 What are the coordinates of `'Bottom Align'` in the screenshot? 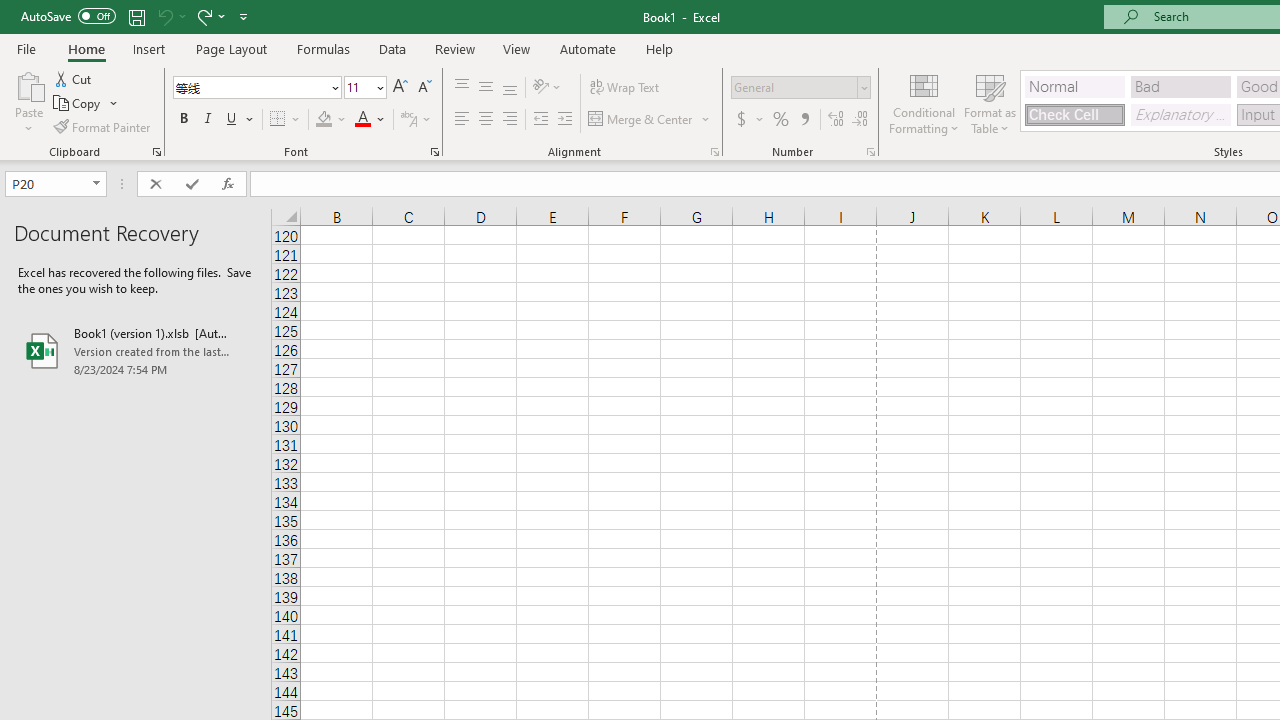 It's located at (510, 86).